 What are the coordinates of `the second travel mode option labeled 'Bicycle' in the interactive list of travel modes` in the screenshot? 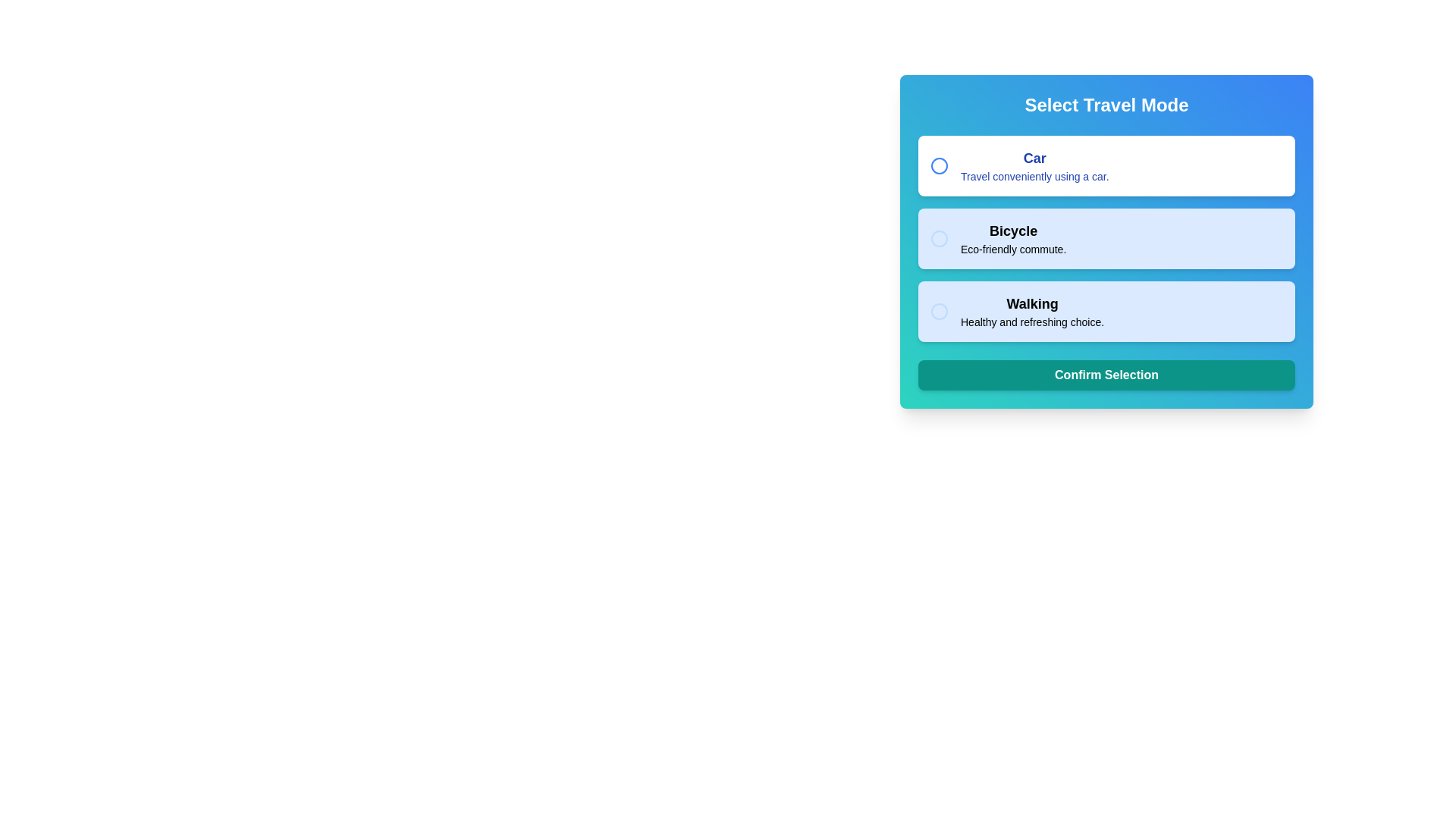 It's located at (1106, 239).